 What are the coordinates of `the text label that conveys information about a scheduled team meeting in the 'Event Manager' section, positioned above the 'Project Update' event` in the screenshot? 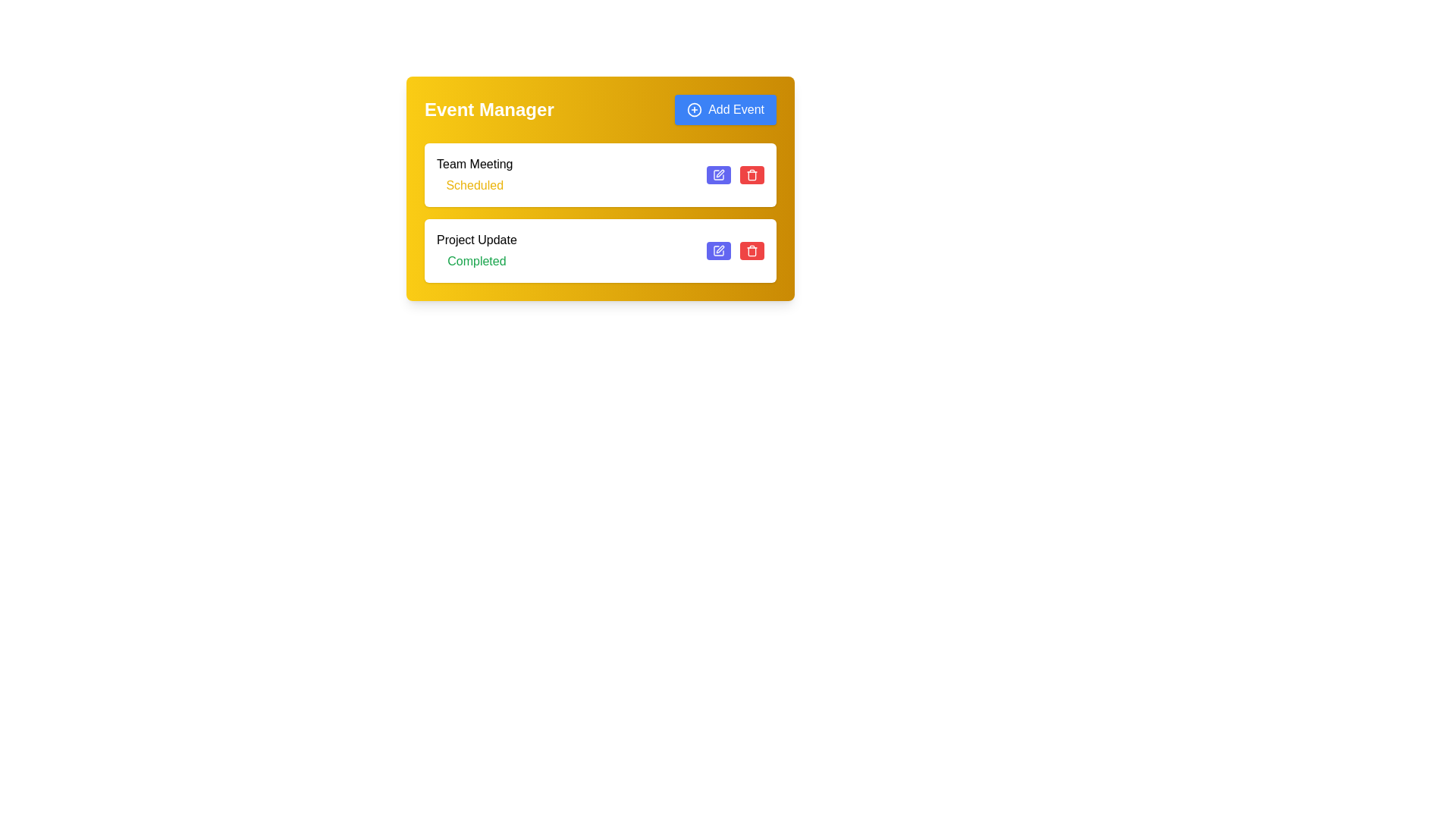 It's located at (474, 174).